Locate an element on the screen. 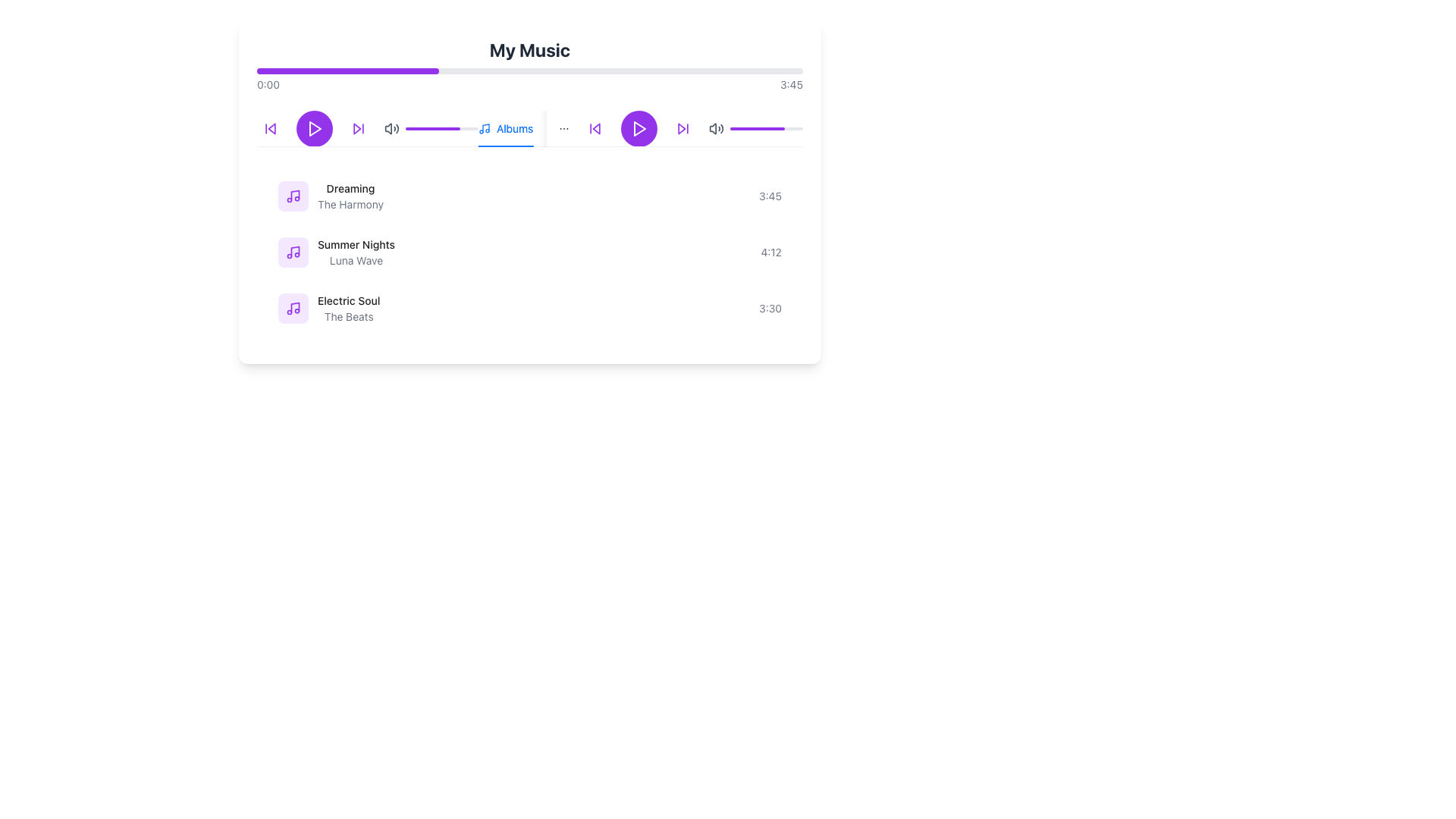  the third button in the primary row of media controls, located between the play button and the volume control is located at coordinates (358, 127).